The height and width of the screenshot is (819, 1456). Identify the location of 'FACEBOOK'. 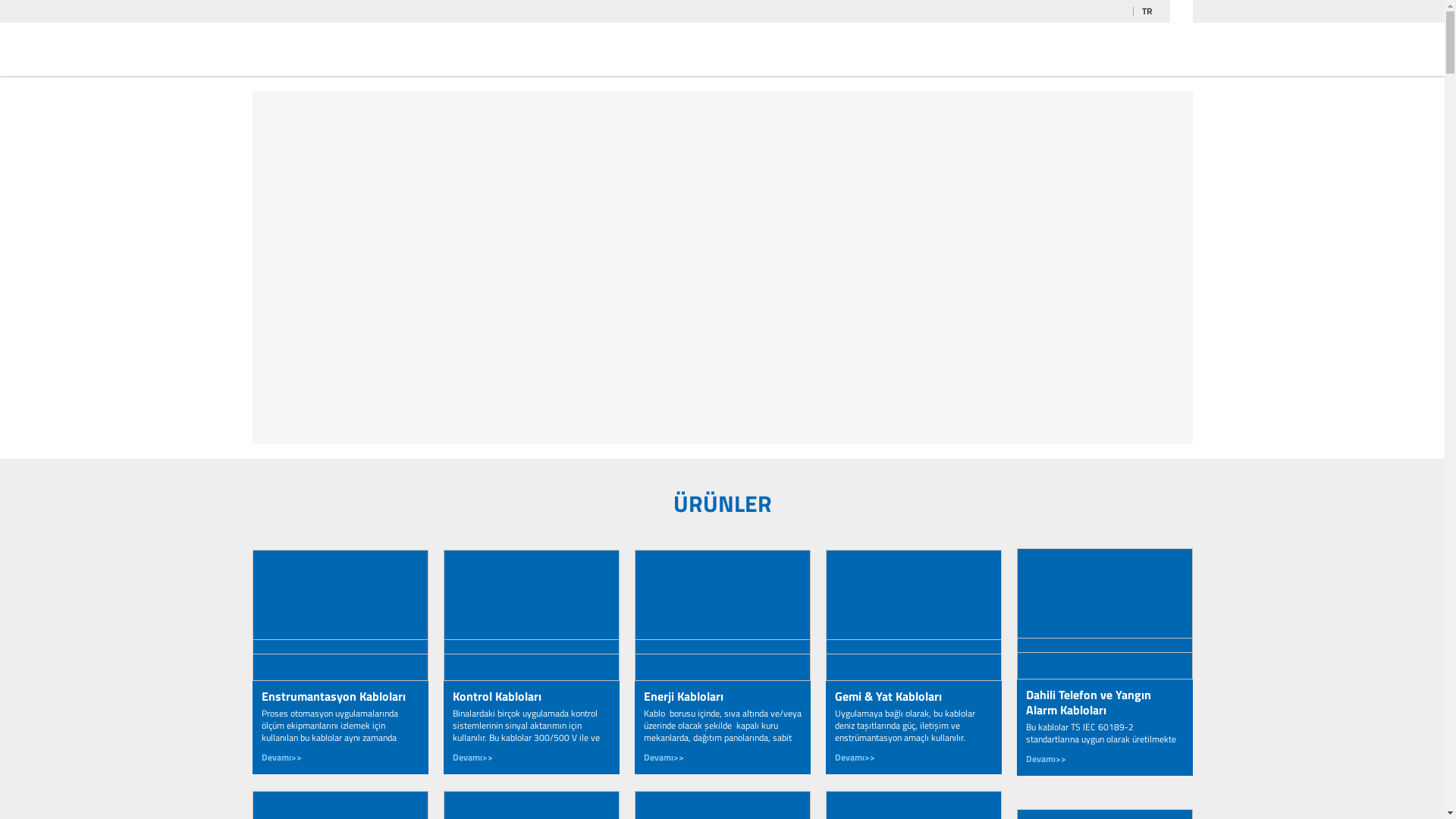
(1087, 11).